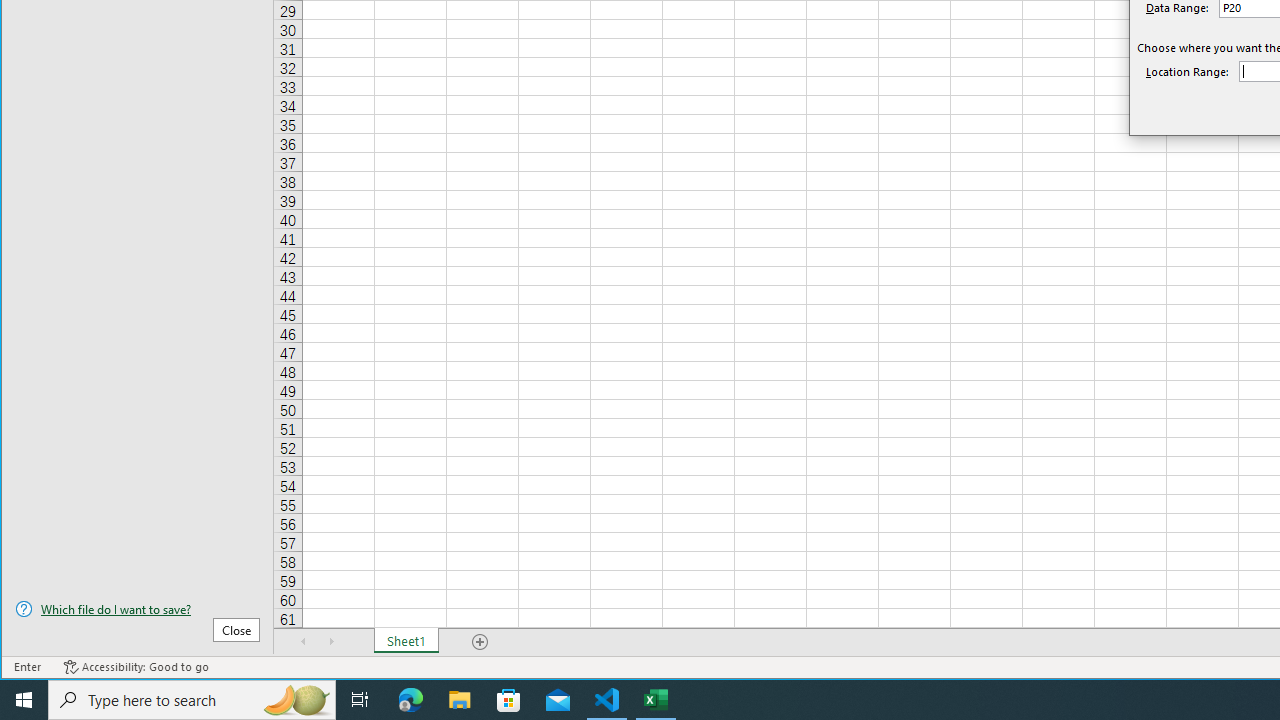 This screenshot has width=1280, height=720. Describe the element at coordinates (656, 698) in the screenshot. I see `'Excel - 1 running window'` at that location.